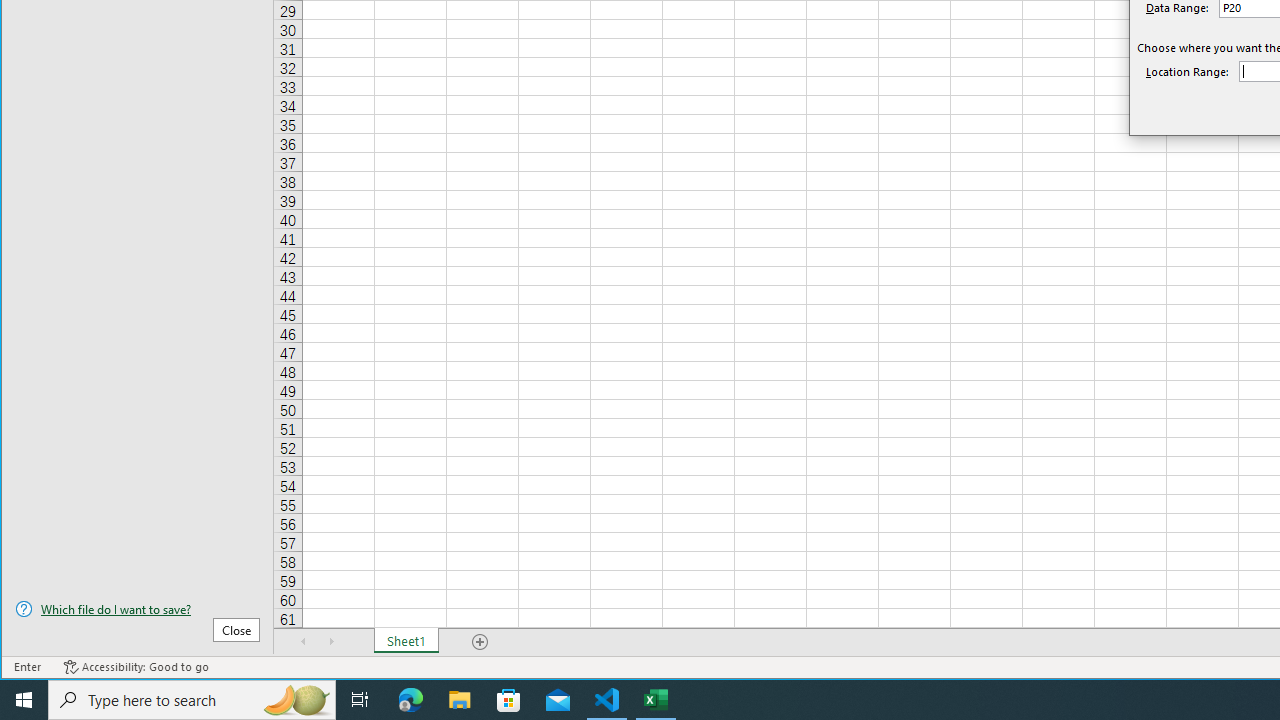 This screenshot has width=1280, height=720. Describe the element at coordinates (656, 698) in the screenshot. I see `'Excel - 1 running window'` at that location.